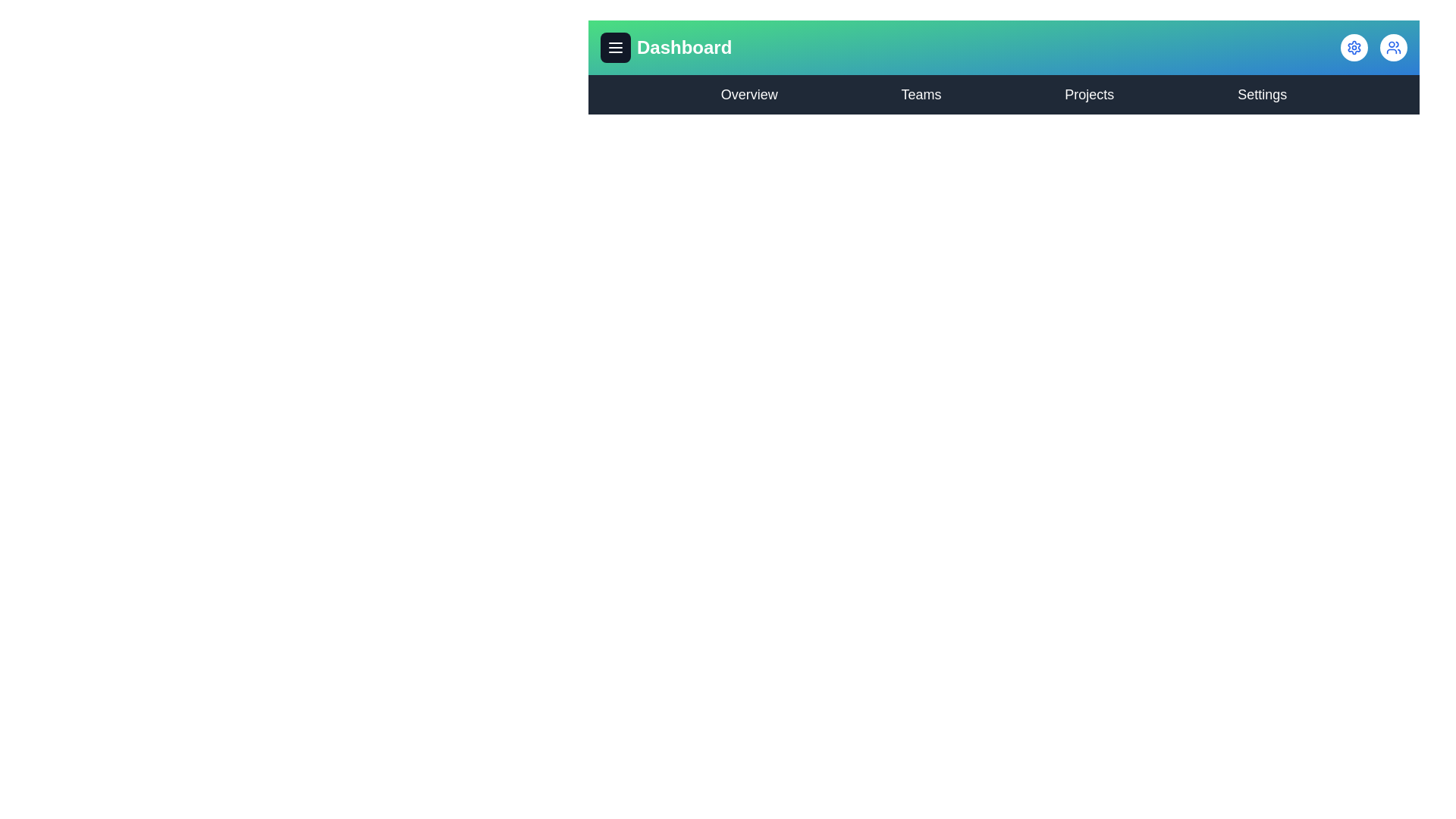  Describe the element at coordinates (920, 94) in the screenshot. I see `the Teams navigation link` at that location.